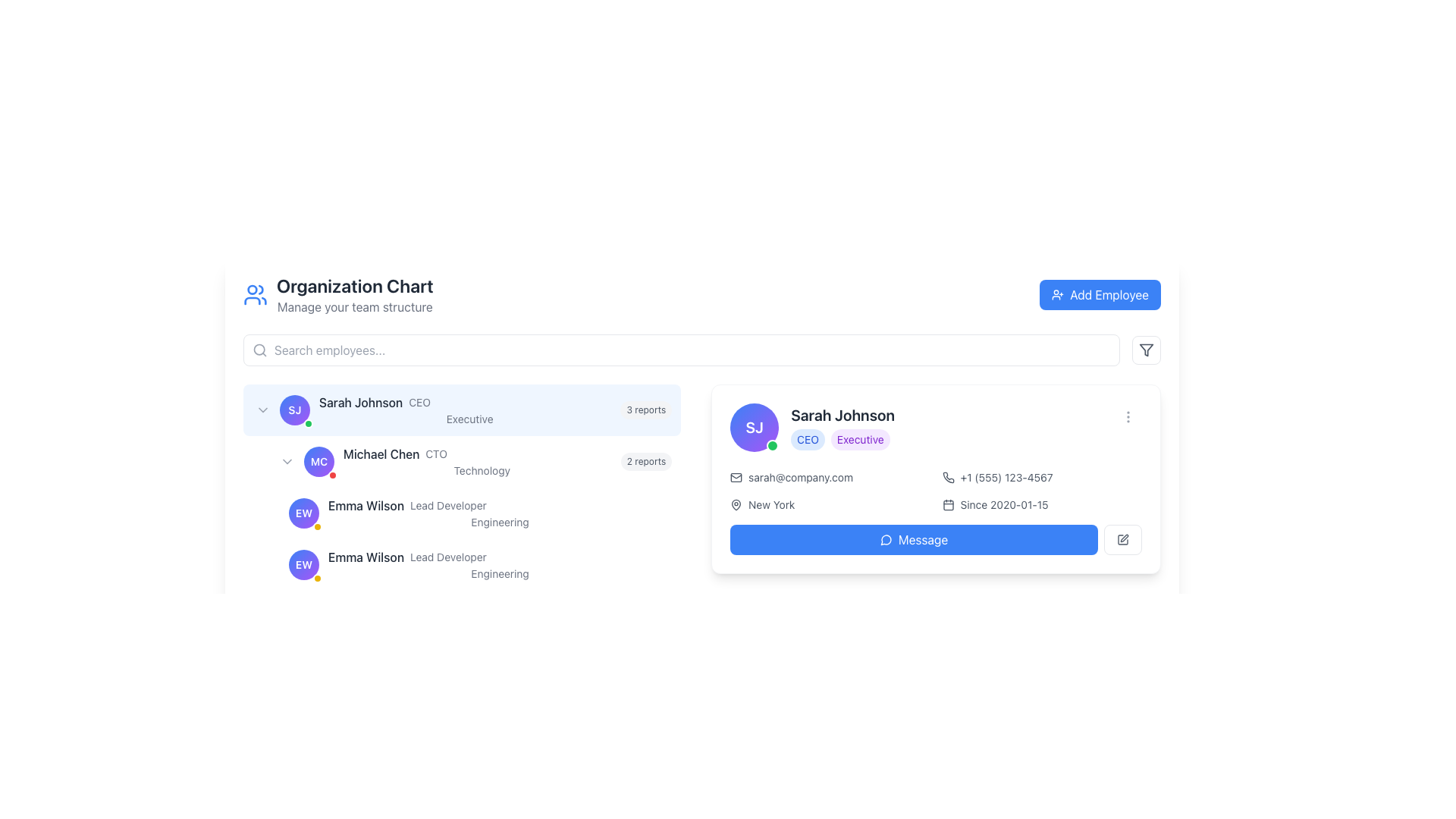 This screenshot has height=819, width=1456. Describe the element at coordinates (308, 424) in the screenshot. I see `the small circular green Indicator Badge with a white border located at the bottom-right corner of the 'SJ' avatar` at that location.